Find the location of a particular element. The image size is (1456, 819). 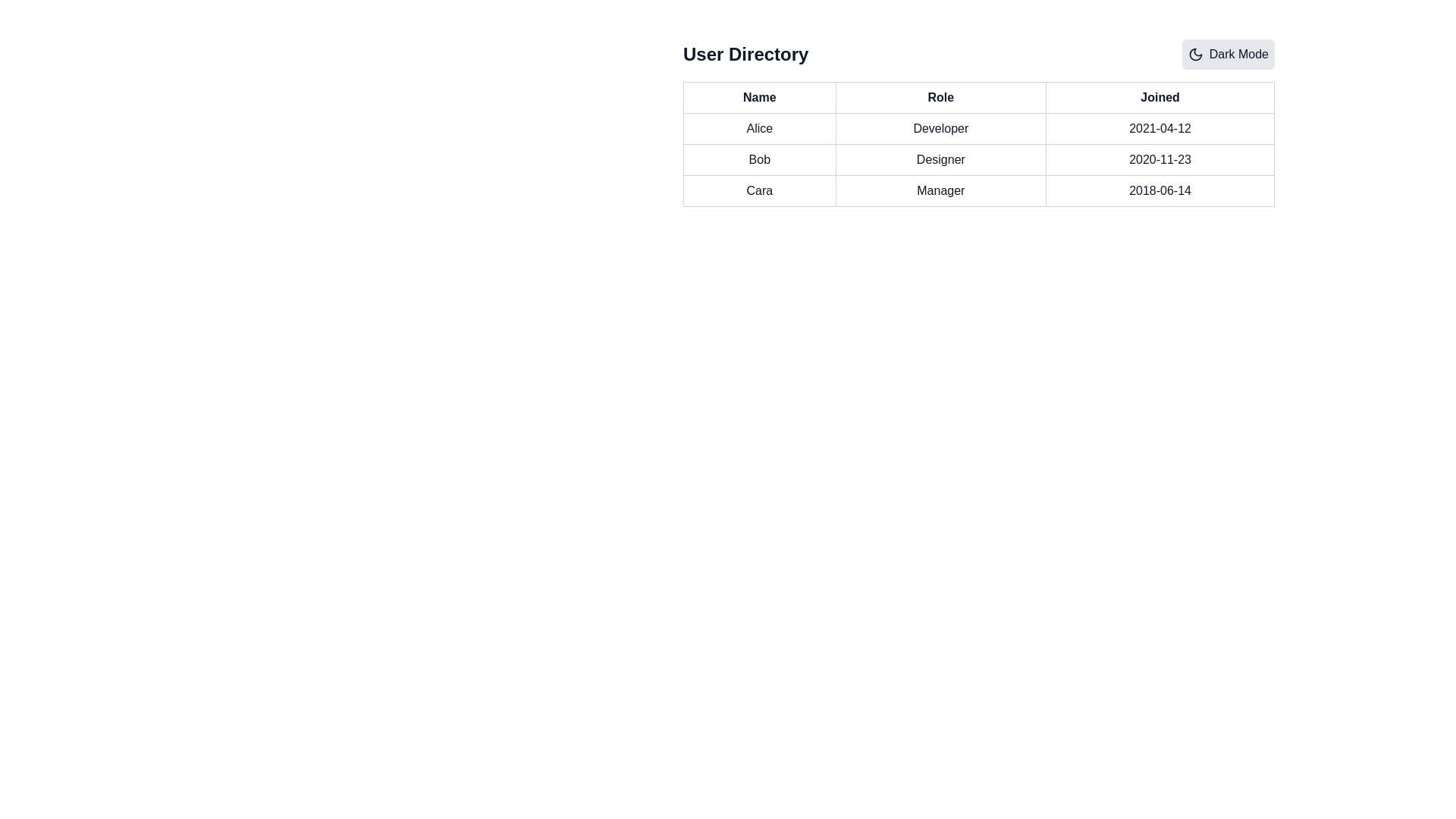

the Text Label indicating the content of the associated section, which is positioned to the left of the 'Dark Mode' button is located at coordinates (745, 54).